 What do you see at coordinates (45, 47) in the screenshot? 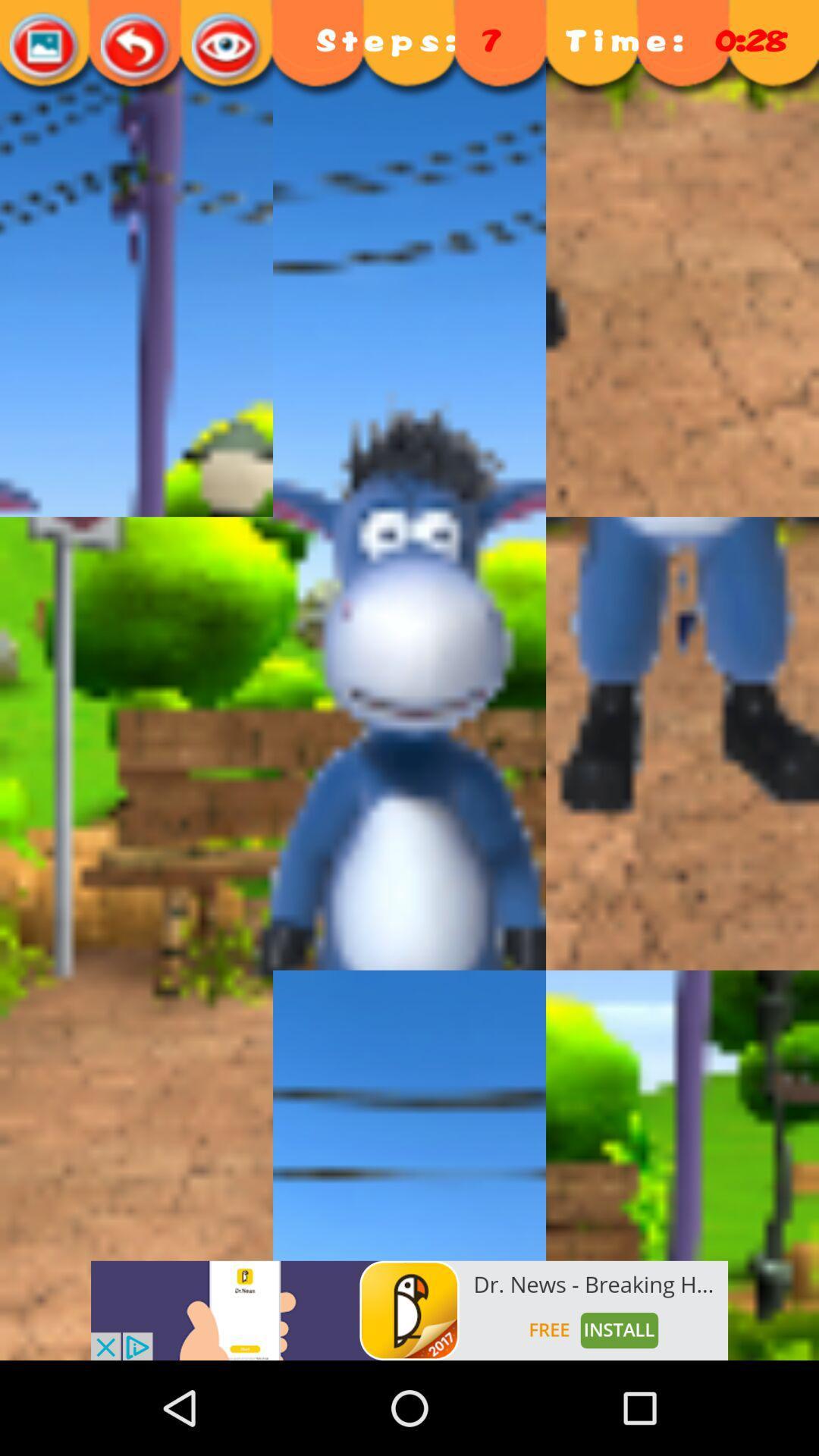
I see `the wallpaper icon` at bounding box center [45, 47].